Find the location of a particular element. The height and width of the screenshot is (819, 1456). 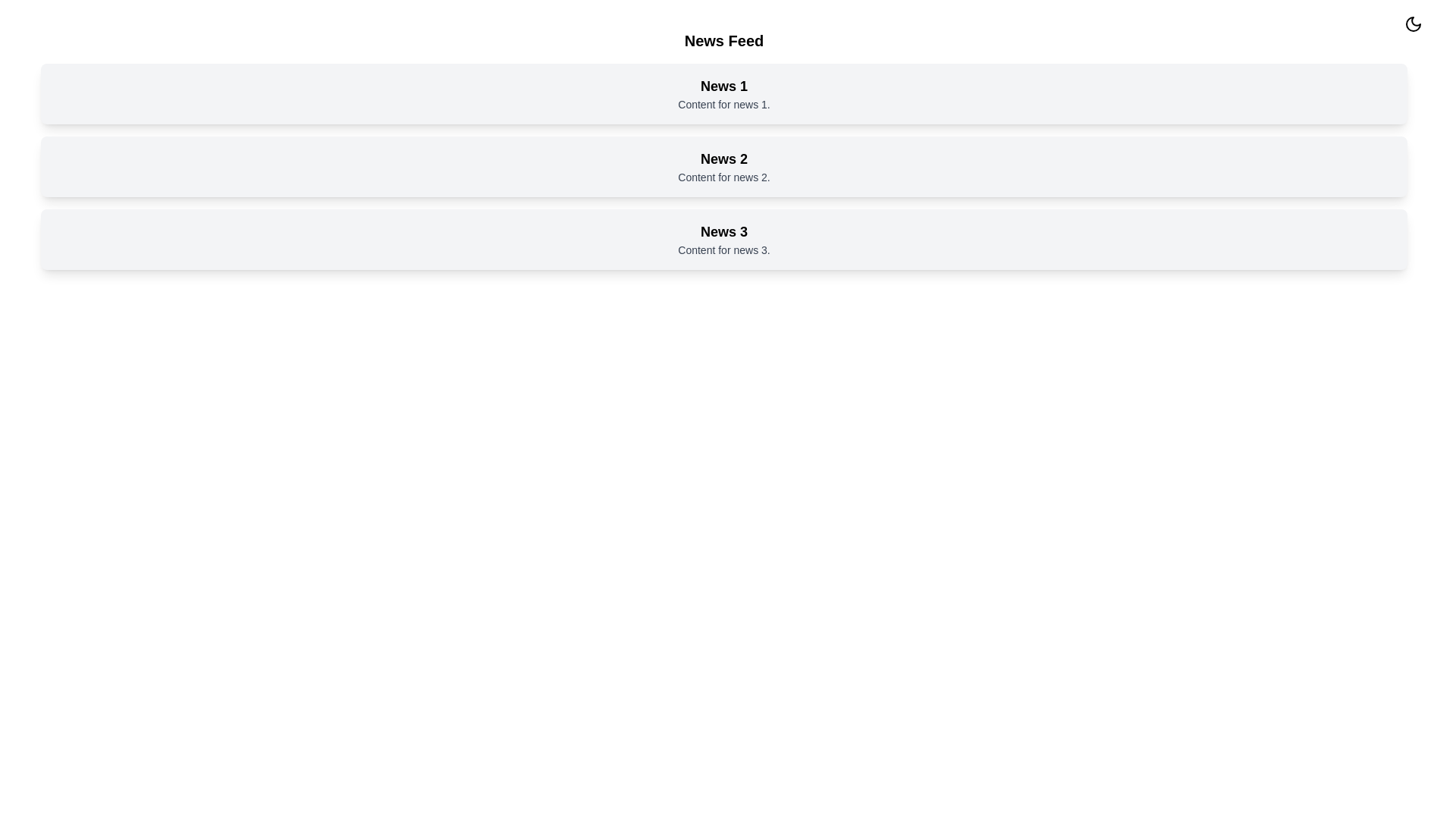

the static text providing supplementary information for the 'News 3' heading, which is centrally aligned below its headline is located at coordinates (723, 249).